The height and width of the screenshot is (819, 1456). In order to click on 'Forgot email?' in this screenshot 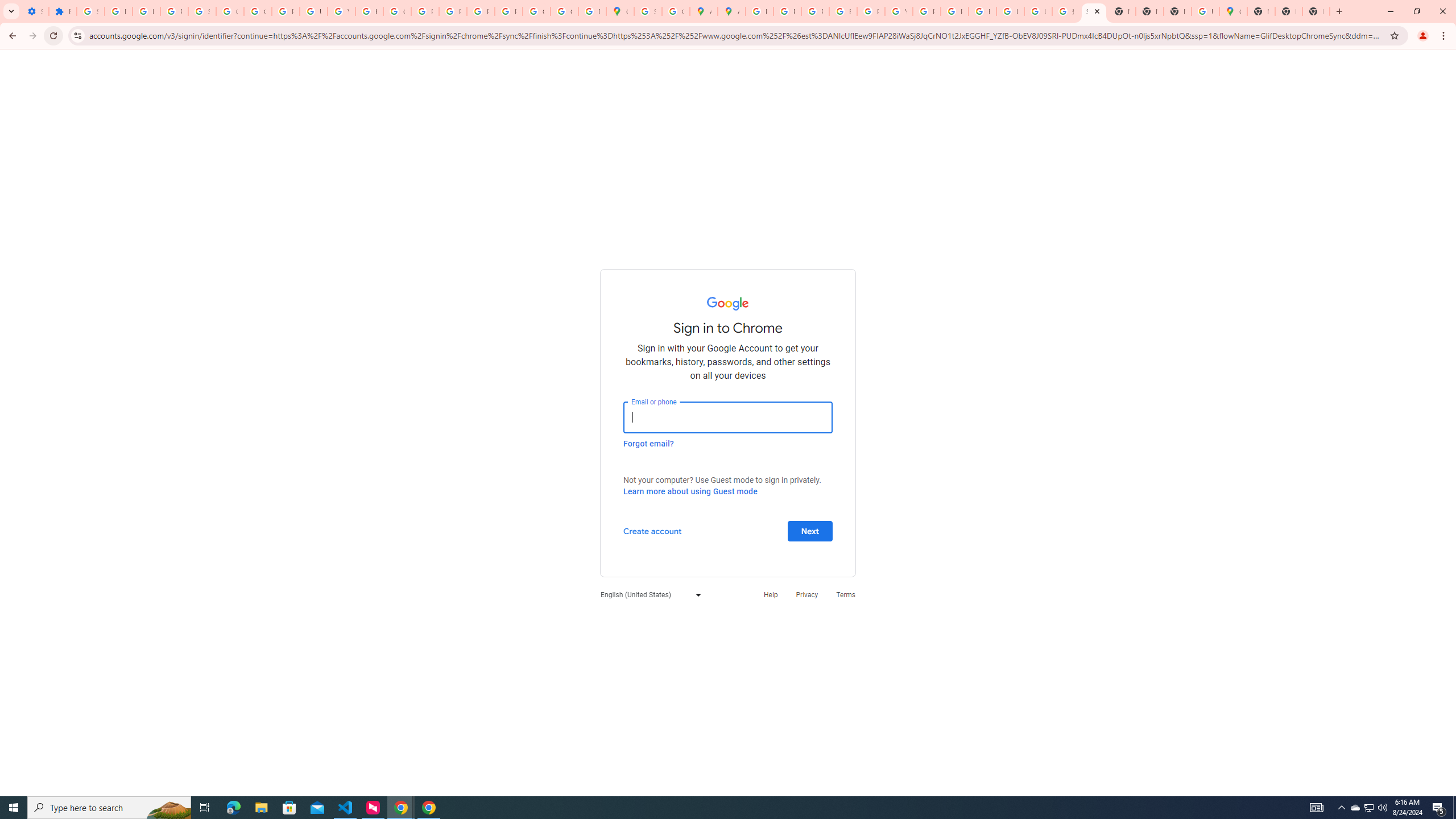, I will do `click(648, 442)`.